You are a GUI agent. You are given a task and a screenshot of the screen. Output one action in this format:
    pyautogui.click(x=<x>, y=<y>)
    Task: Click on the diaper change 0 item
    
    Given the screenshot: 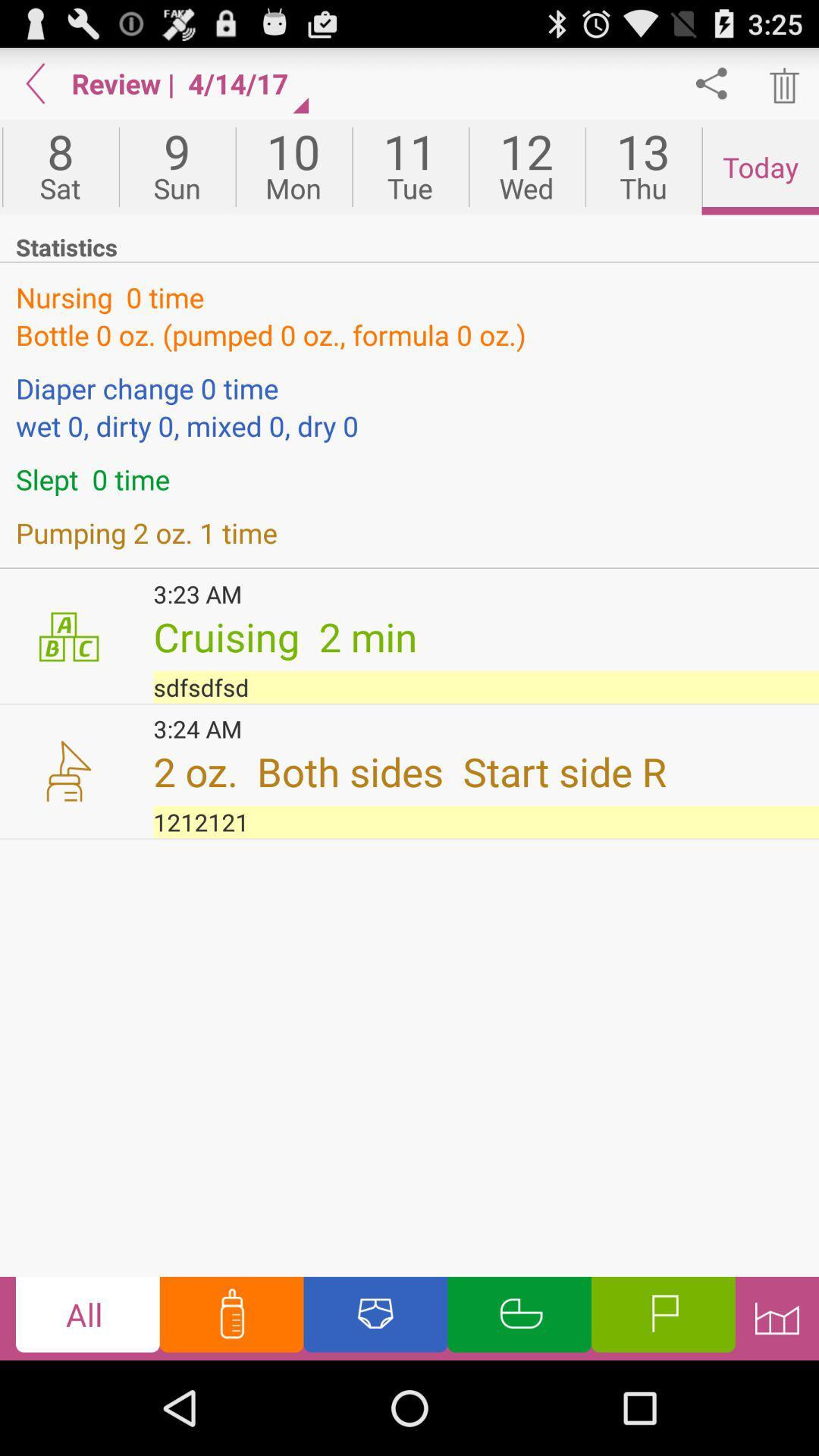 What is the action you would take?
    pyautogui.click(x=409, y=388)
    